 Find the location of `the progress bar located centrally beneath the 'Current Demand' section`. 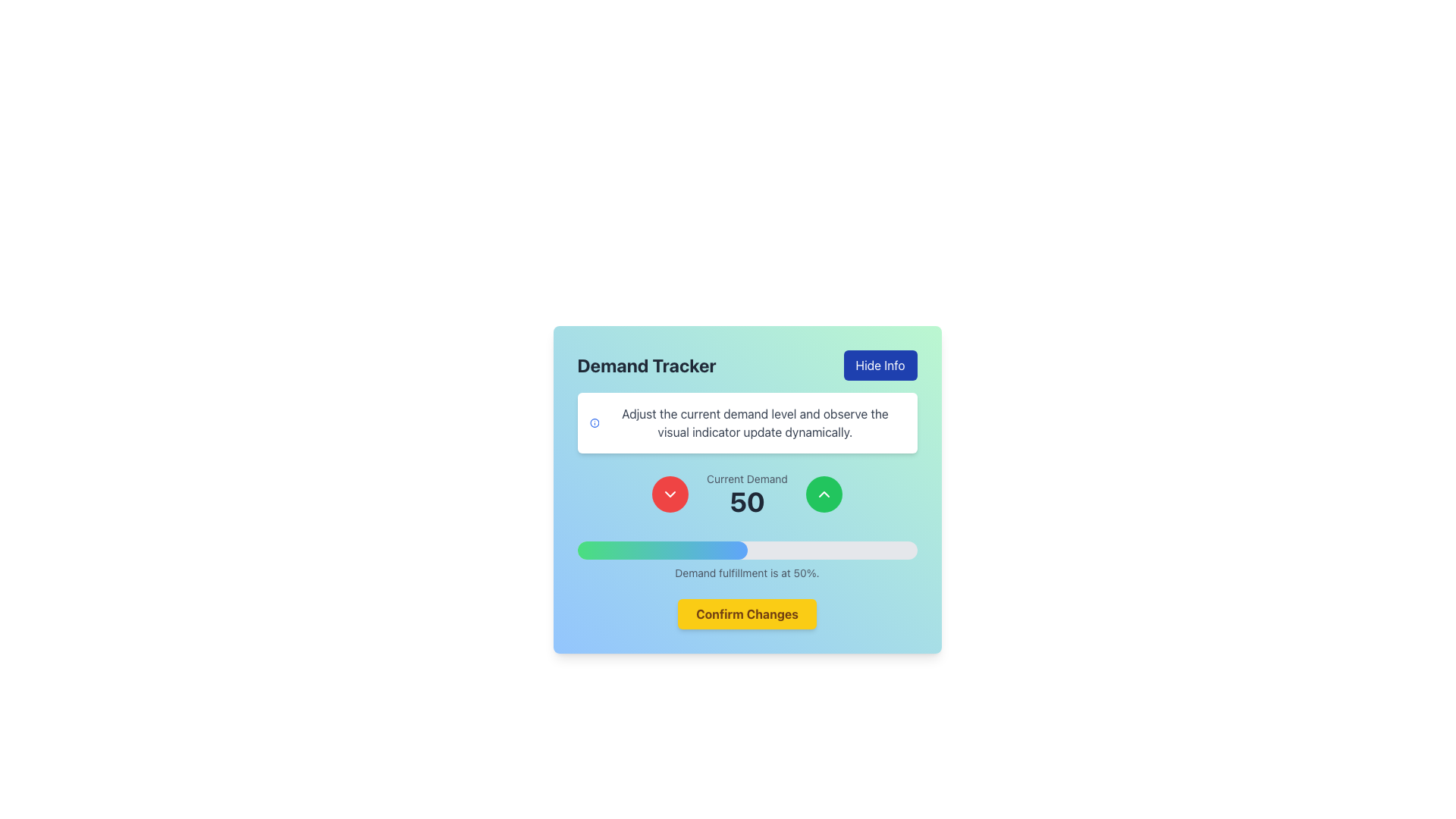

the progress bar located centrally beneath the 'Current Demand' section is located at coordinates (747, 561).